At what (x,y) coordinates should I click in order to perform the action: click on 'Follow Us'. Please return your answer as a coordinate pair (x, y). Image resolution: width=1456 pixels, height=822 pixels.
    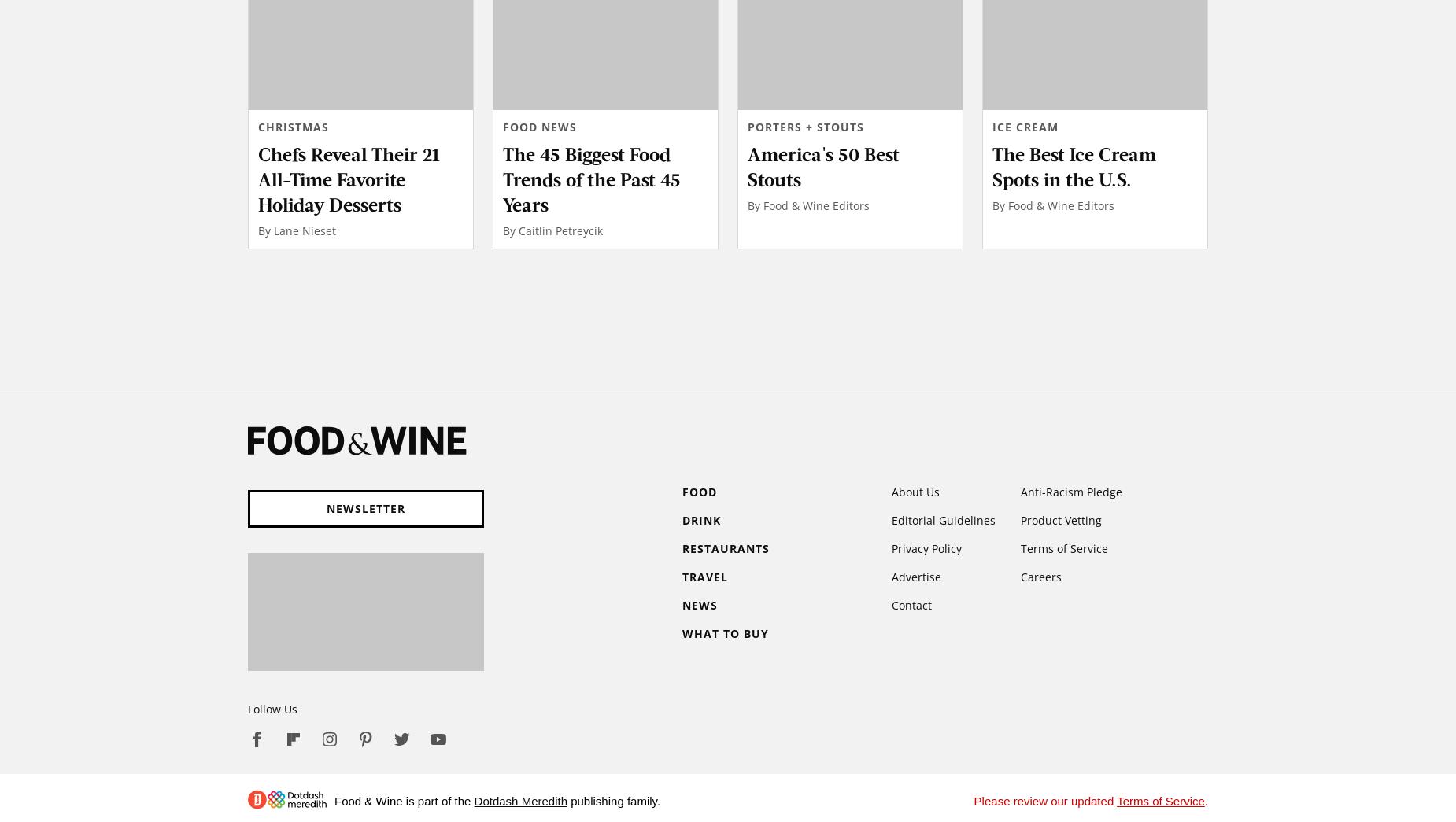
    Looking at the image, I should click on (272, 708).